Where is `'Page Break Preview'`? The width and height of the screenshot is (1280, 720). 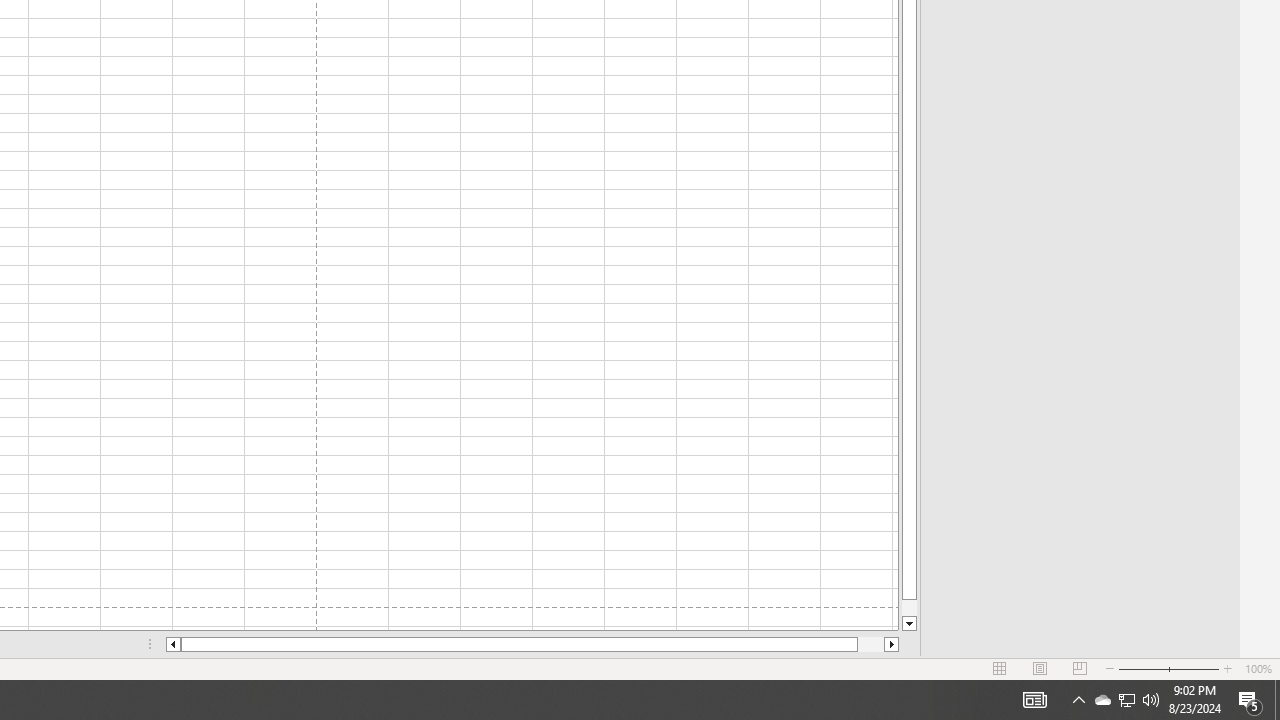
'Page Break Preview' is located at coordinates (1078, 669).